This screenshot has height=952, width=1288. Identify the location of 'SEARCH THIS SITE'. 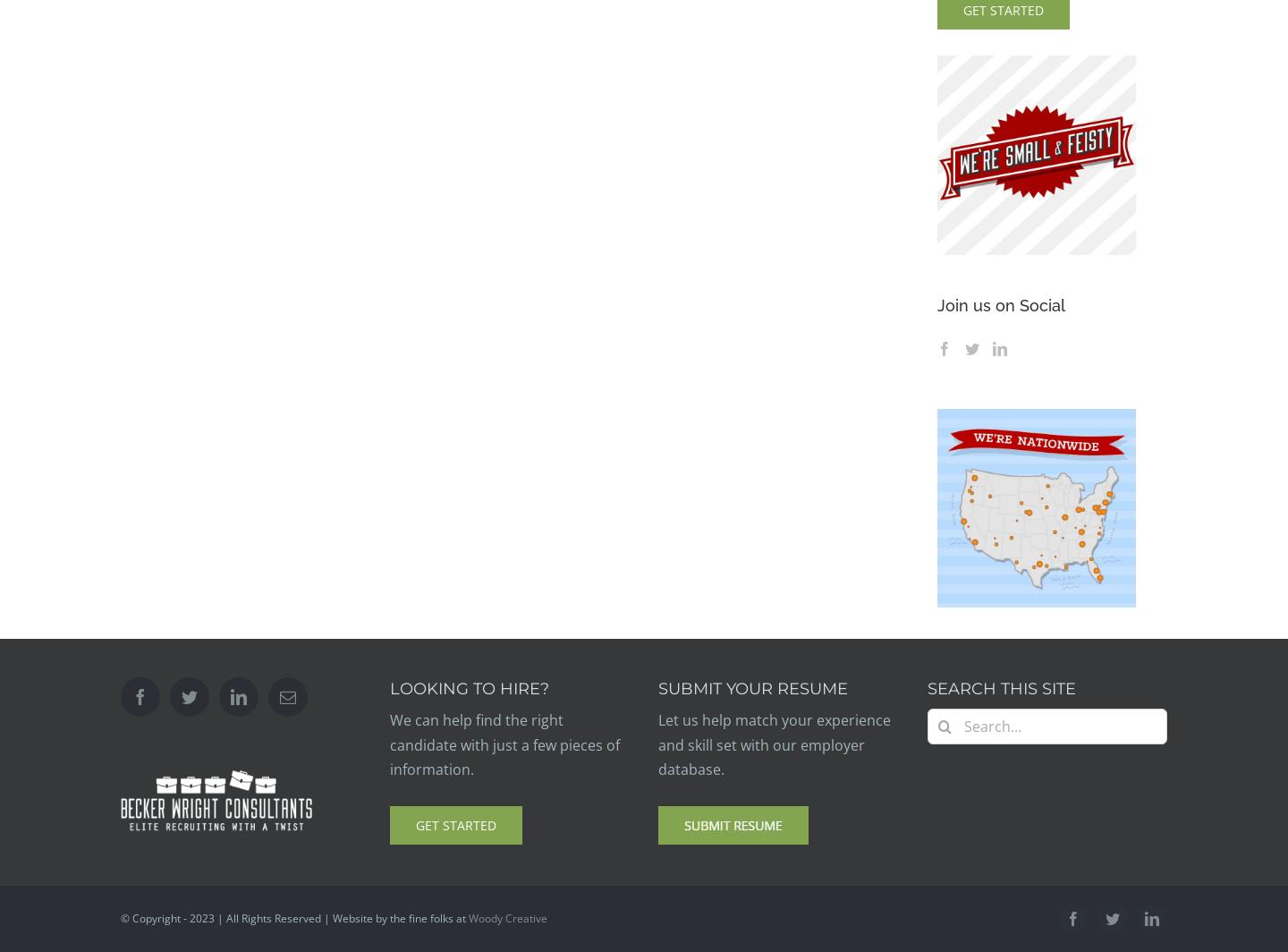
(1000, 689).